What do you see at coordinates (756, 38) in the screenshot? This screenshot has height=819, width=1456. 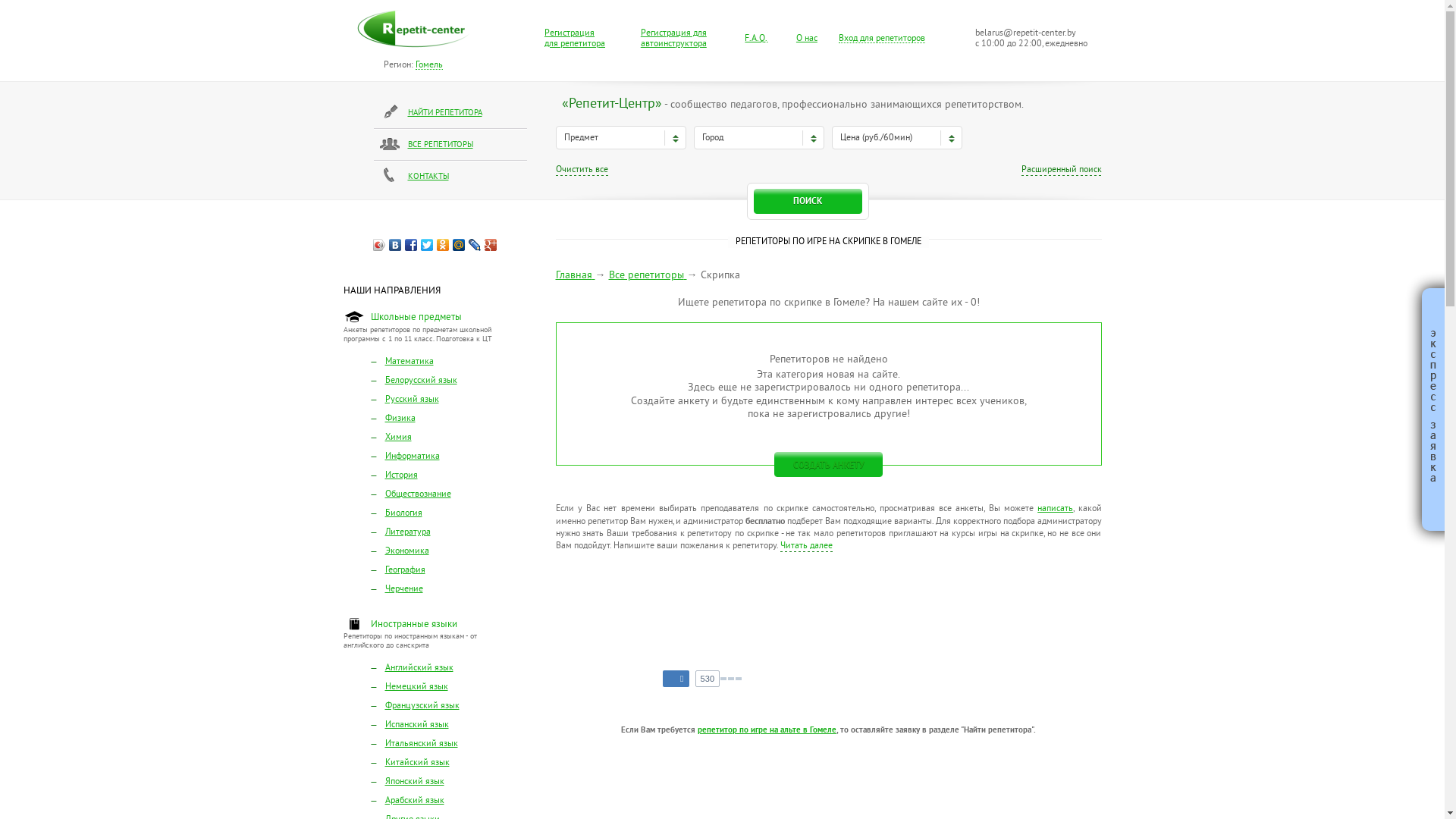 I see `'F.A.Q.'` at bounding box center [756, 38].